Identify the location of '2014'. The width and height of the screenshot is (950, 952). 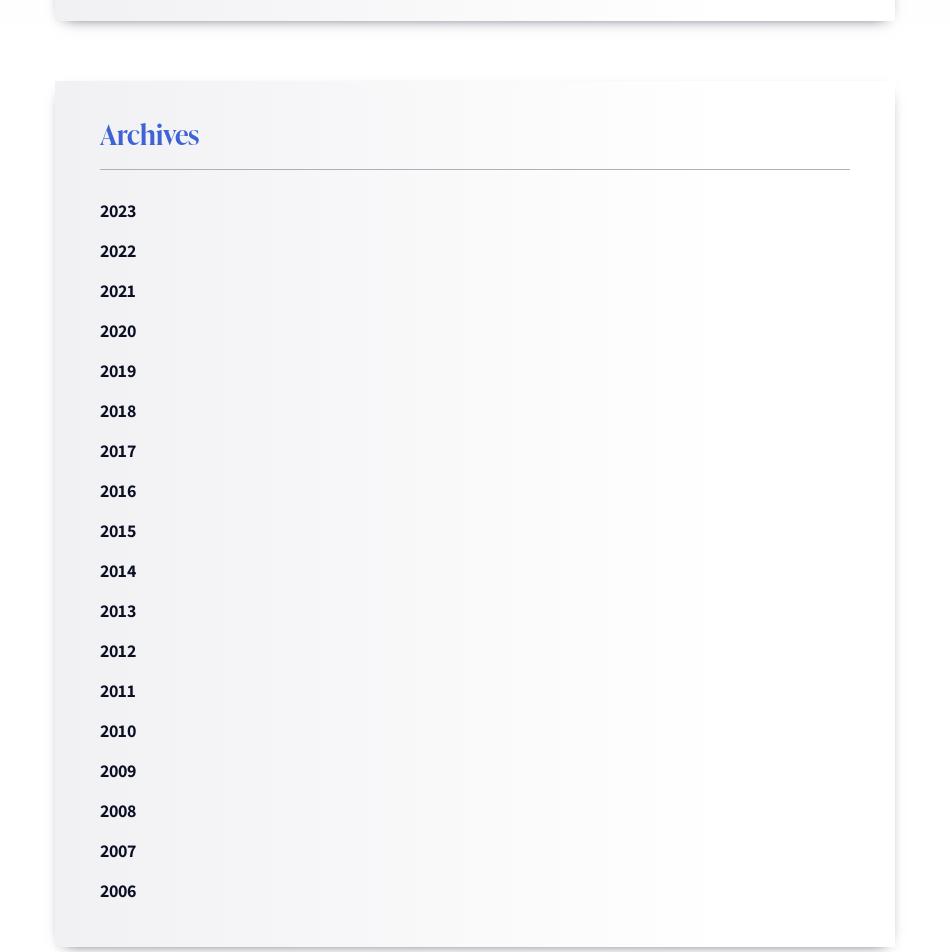
(117, 570).